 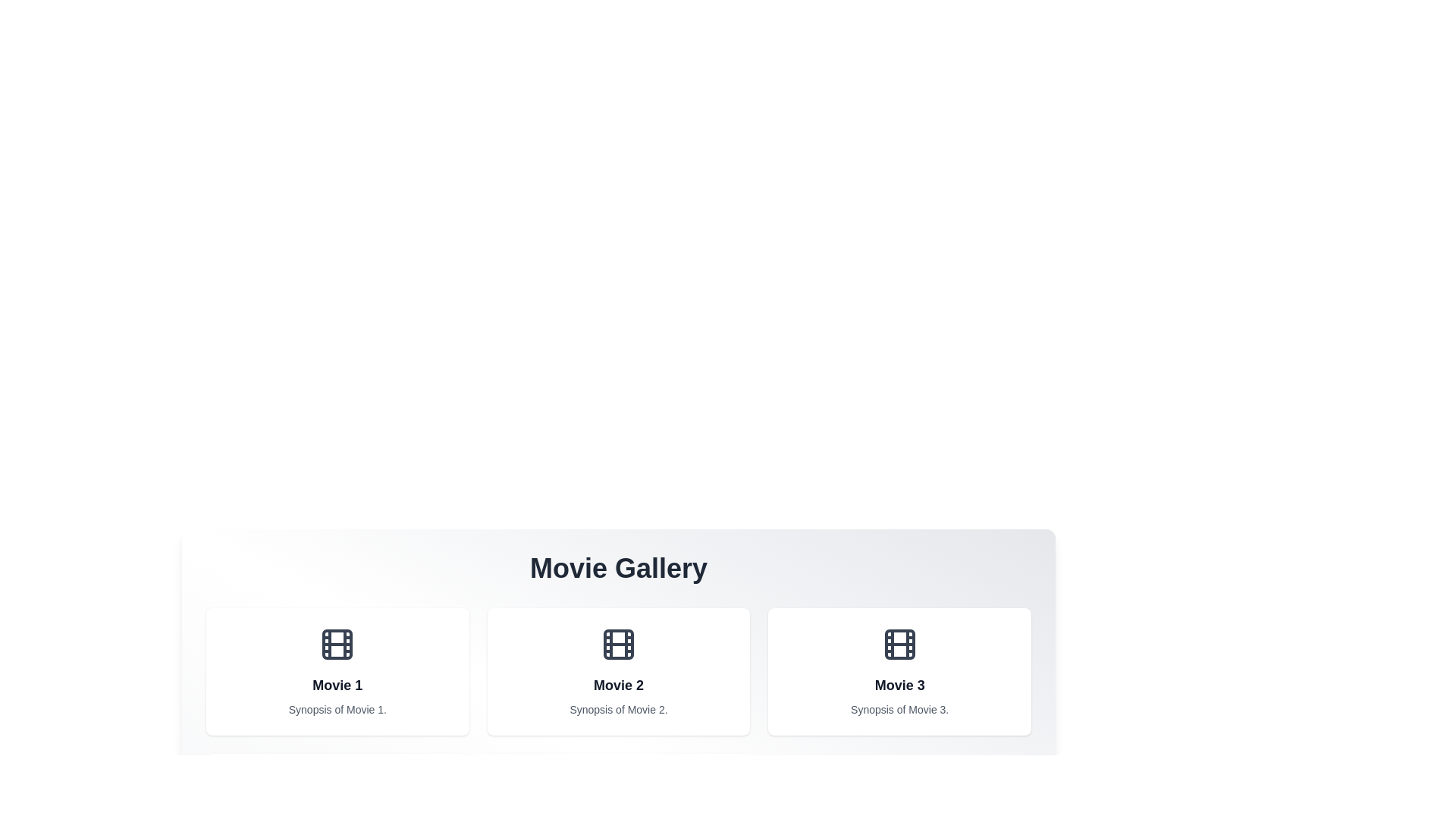 I want to click on the movie icon associated with 'Movie 3' in the Movie Gallery, so click(x=899, y=644).